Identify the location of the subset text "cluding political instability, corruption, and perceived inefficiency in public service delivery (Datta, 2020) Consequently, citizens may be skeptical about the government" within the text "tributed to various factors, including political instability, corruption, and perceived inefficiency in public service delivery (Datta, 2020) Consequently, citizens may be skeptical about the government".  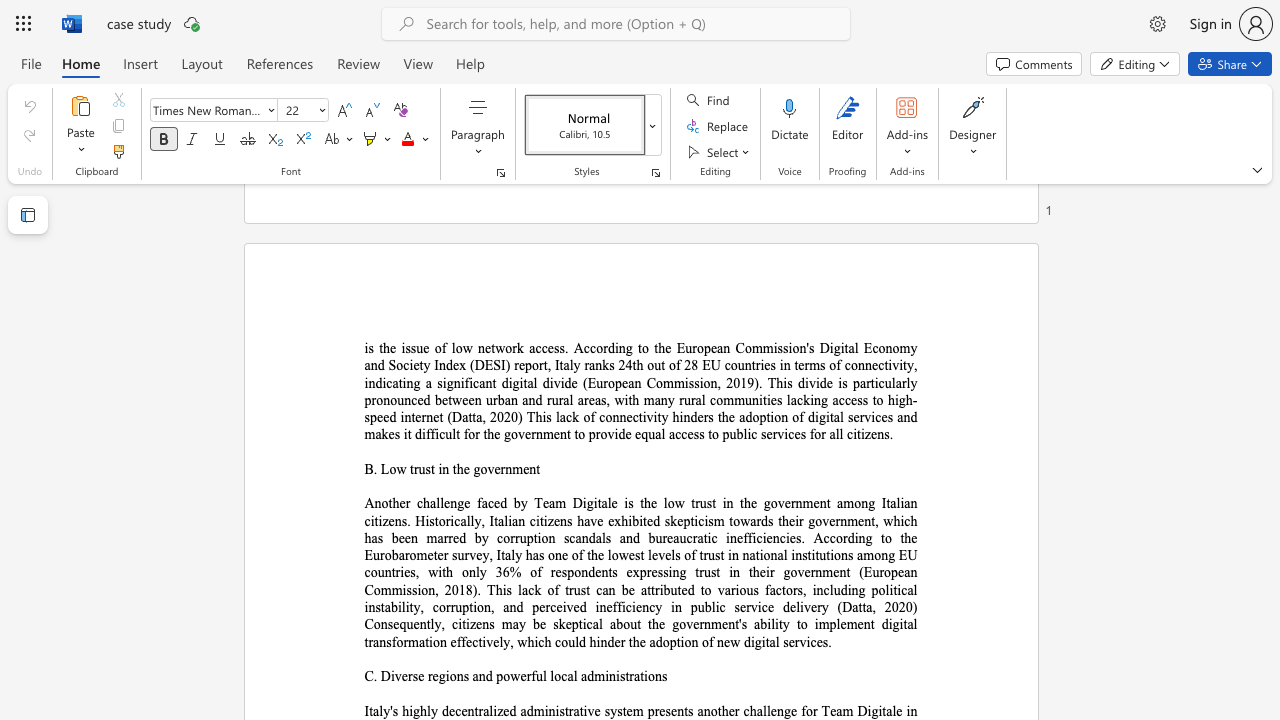
(823, 589).